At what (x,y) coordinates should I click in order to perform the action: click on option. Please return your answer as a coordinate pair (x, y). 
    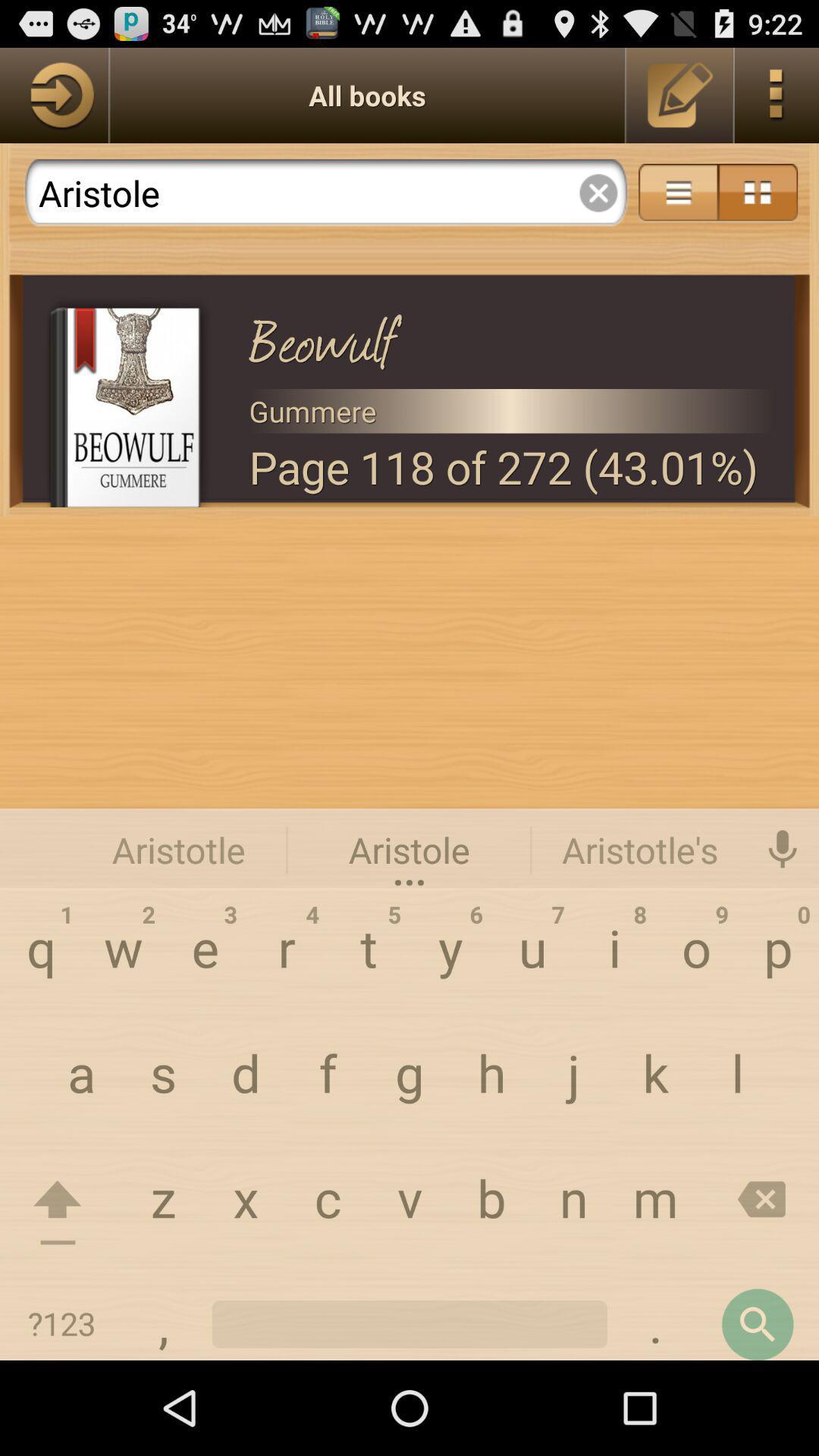
    Looking at the image, I should click on (598, 192).